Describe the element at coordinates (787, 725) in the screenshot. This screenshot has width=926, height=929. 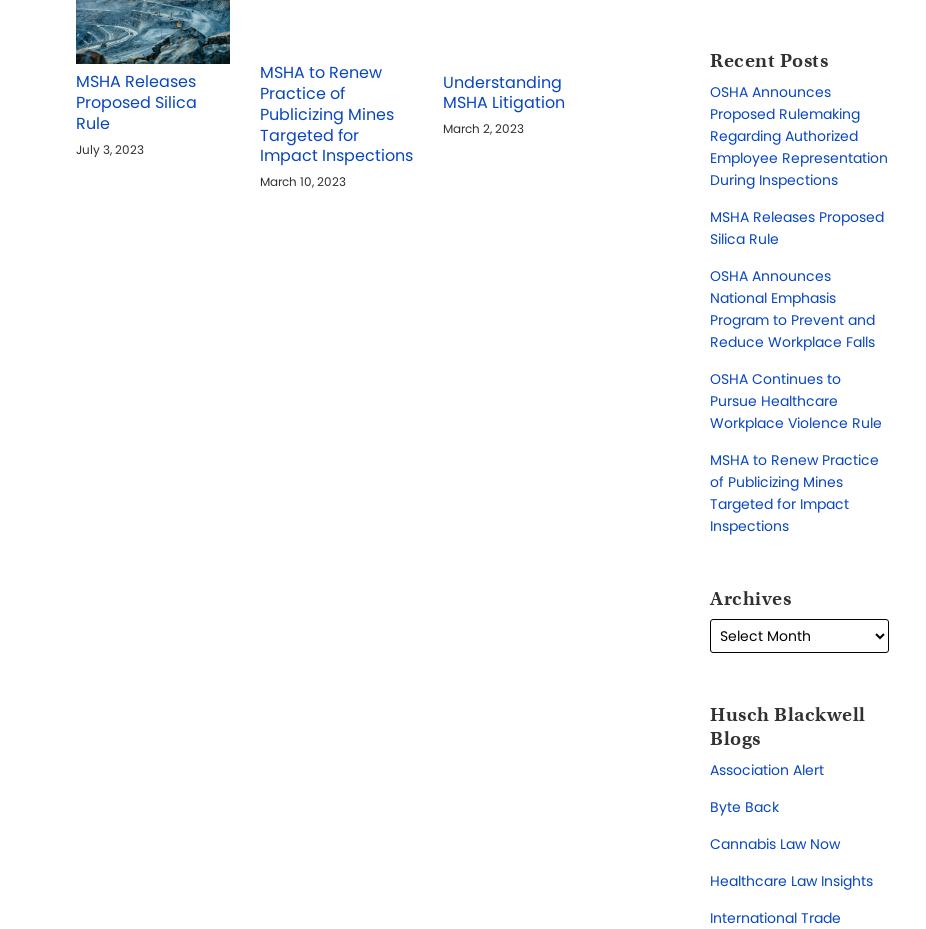
I see `'Husch Blackwell Blogs'` at that location.